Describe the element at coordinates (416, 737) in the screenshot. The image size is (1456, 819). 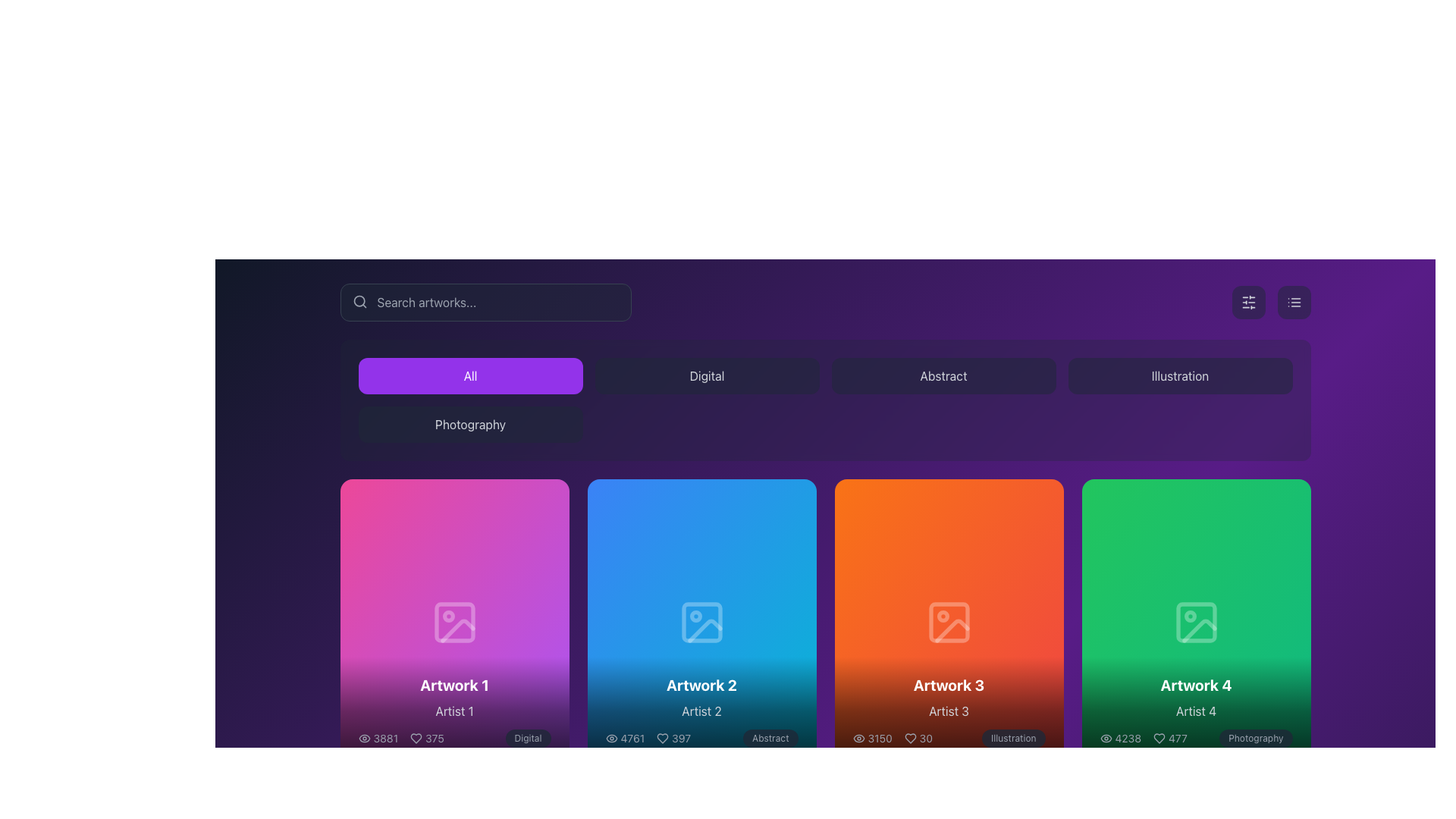
I see `the heart-shaped icon located within the content card for 'Artwork 1', positioned in the lower section of the card near the numeric label` at that location.